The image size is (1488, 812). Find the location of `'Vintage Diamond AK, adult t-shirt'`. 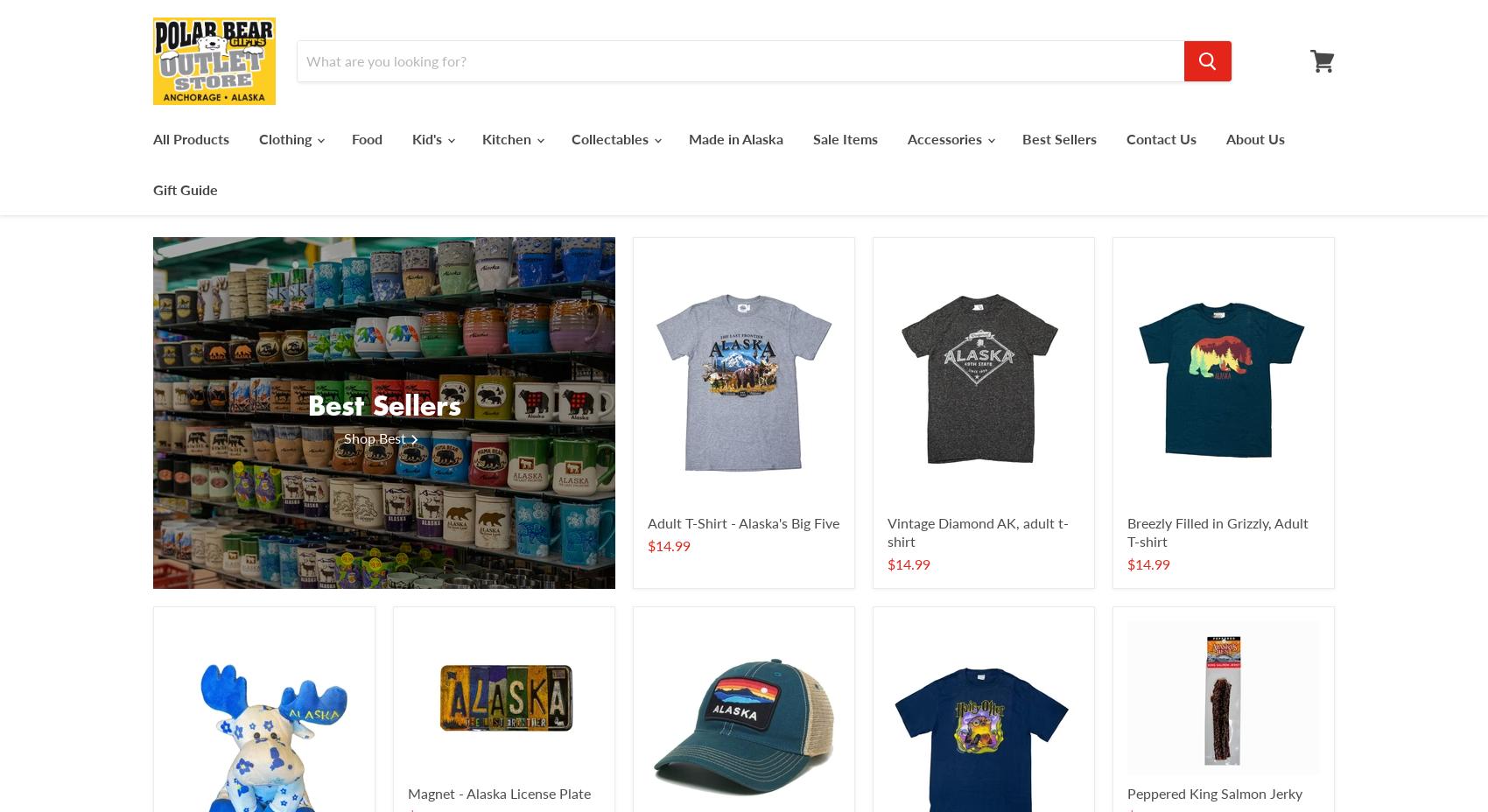

'Vintage Diamond AK, adult t-shirt' is located at coordinates (978, 531).